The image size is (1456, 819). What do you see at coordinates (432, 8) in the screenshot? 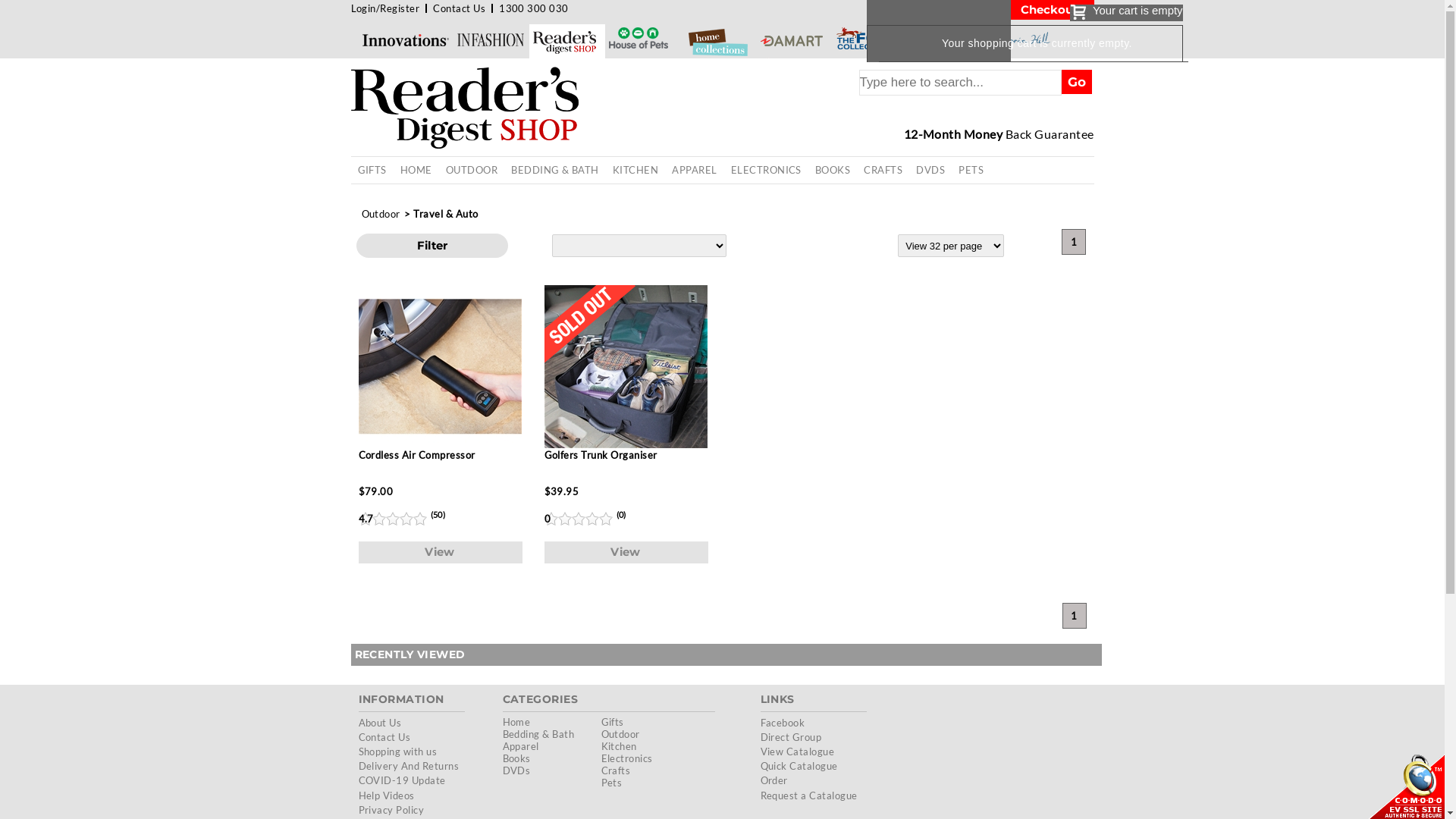
I see `'Contact Us'` at bounding box center [432, 8].